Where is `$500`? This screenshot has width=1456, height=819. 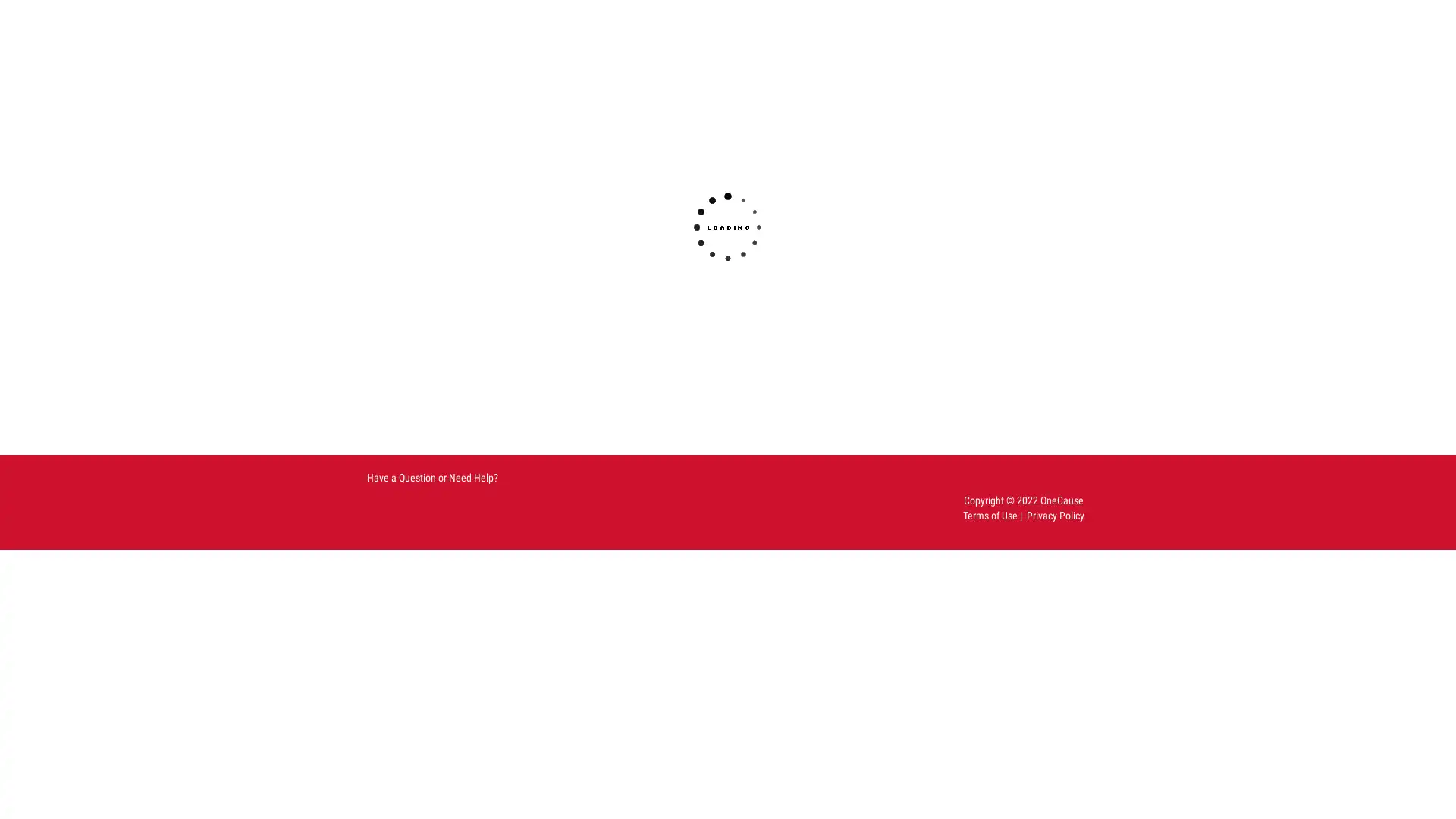
$500 is located at coordinates (761, 218).